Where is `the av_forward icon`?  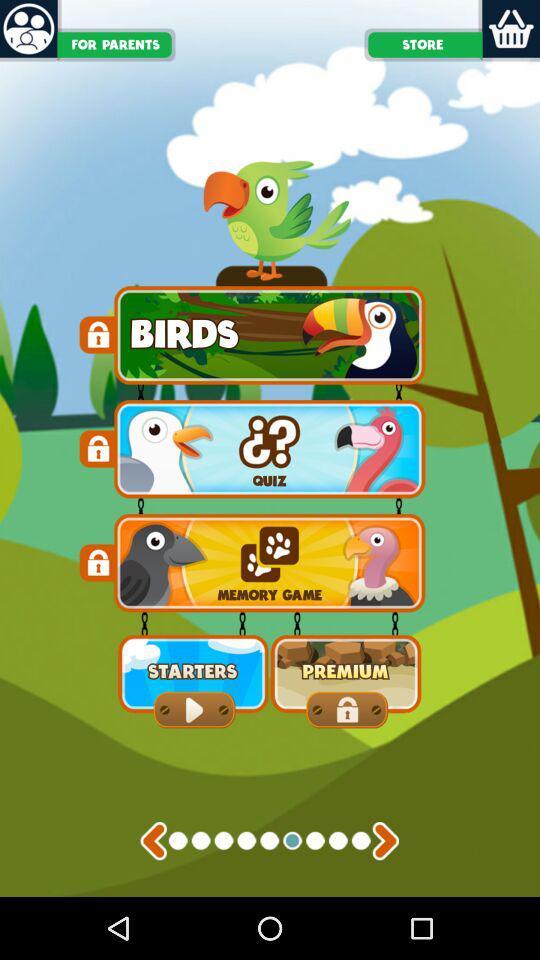 the av_forward icon is located at coordinates (385, 899).